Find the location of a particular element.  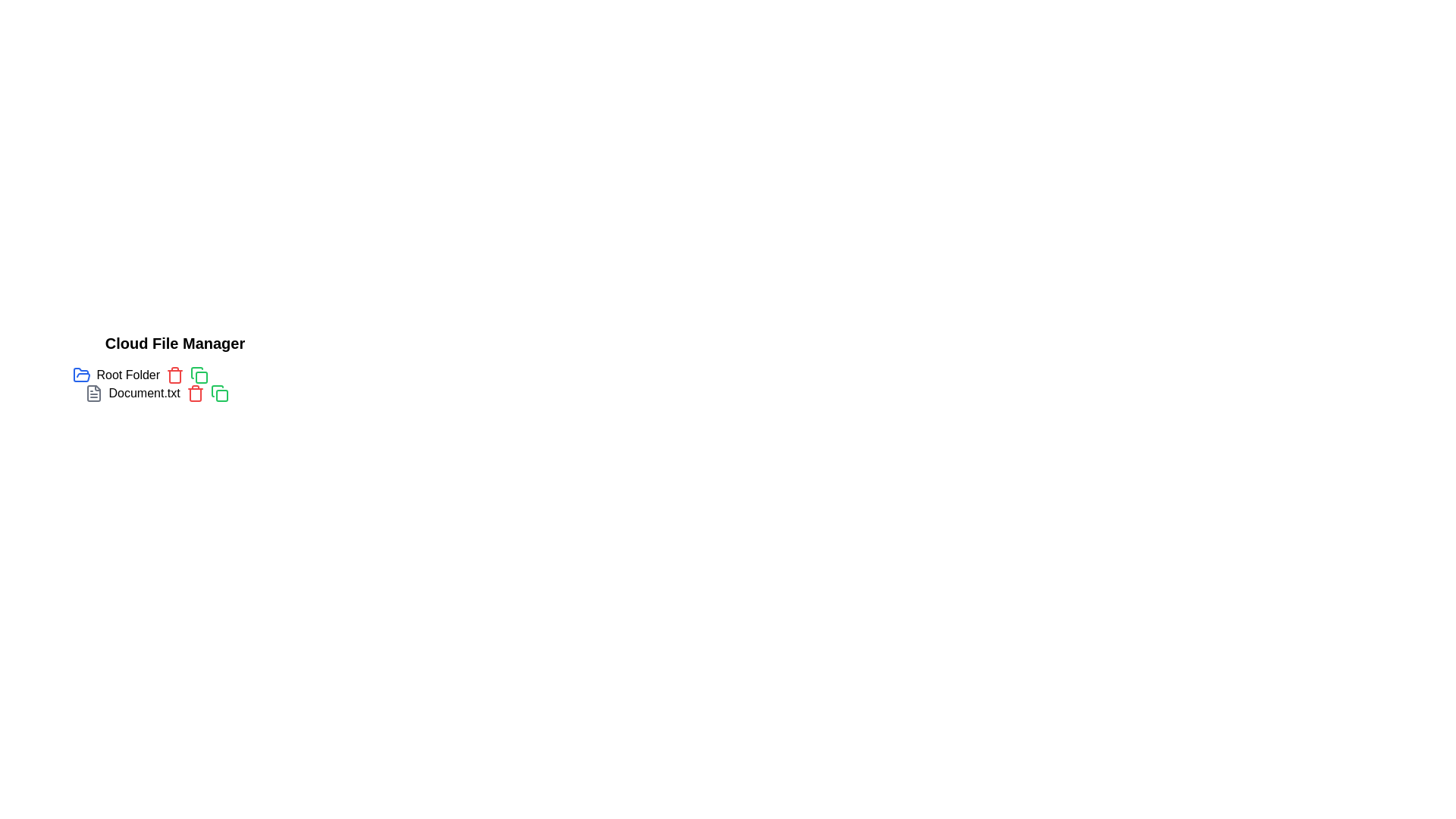

the icon that visually represents the 'Document.txt' file, located to the left of the text 'Document.txt' is located at coordinates (93, 393).